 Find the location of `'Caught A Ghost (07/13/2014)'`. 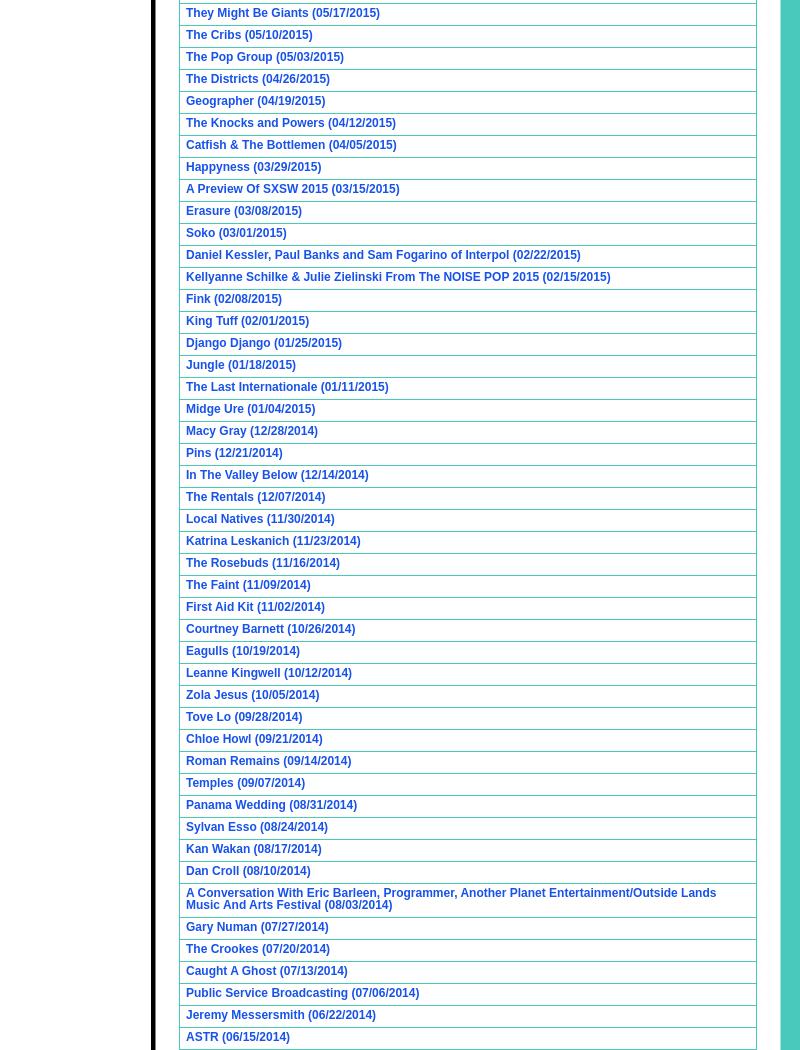

'Caught A Ghost (07/13/2014)' is located at coordinates (265, 970).